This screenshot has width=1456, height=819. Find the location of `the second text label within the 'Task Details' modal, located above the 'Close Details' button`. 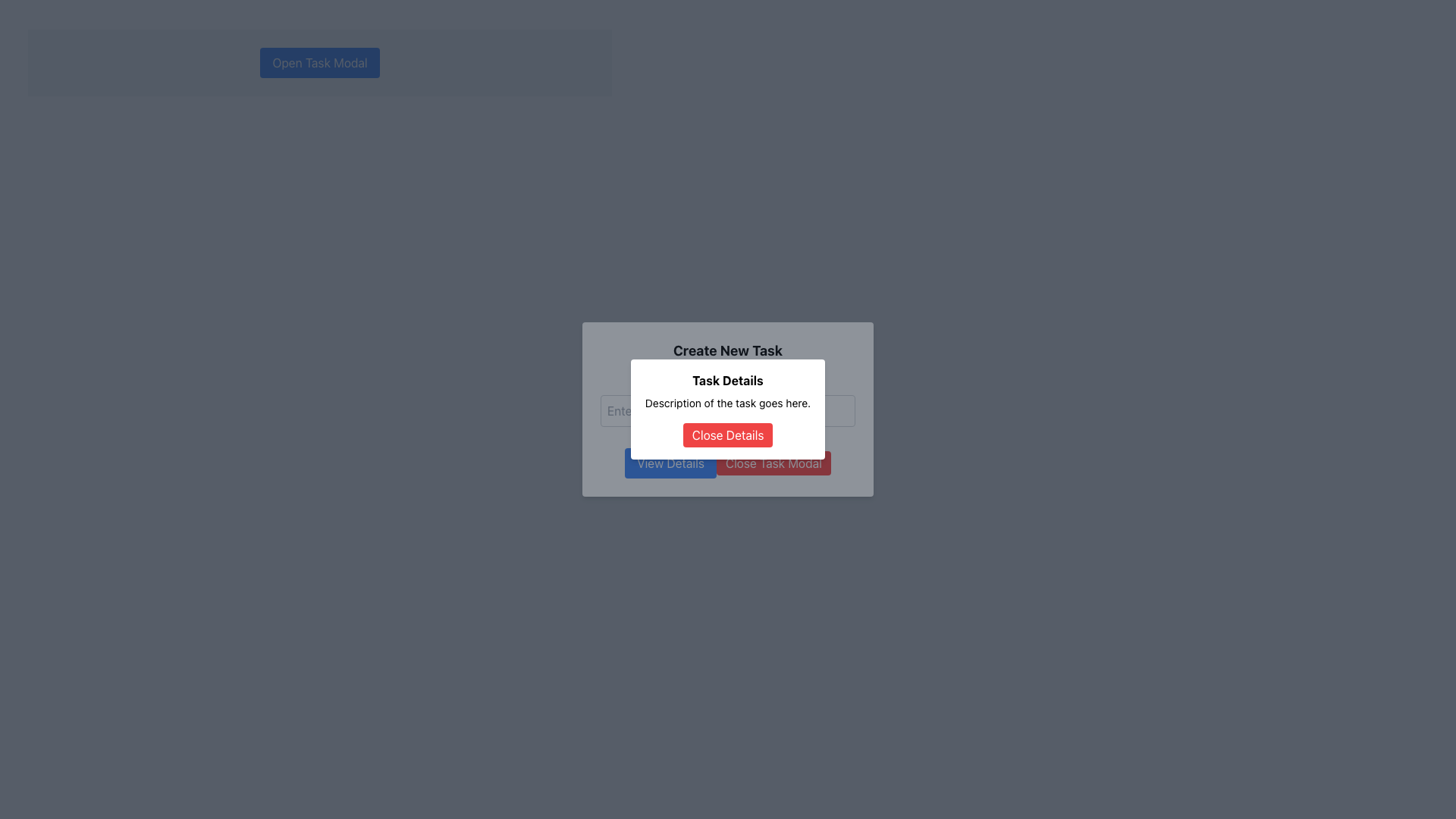

the second text label within the 'Task Details' modal, located above the 'Close Details' button is located at coordinates (728, 403).